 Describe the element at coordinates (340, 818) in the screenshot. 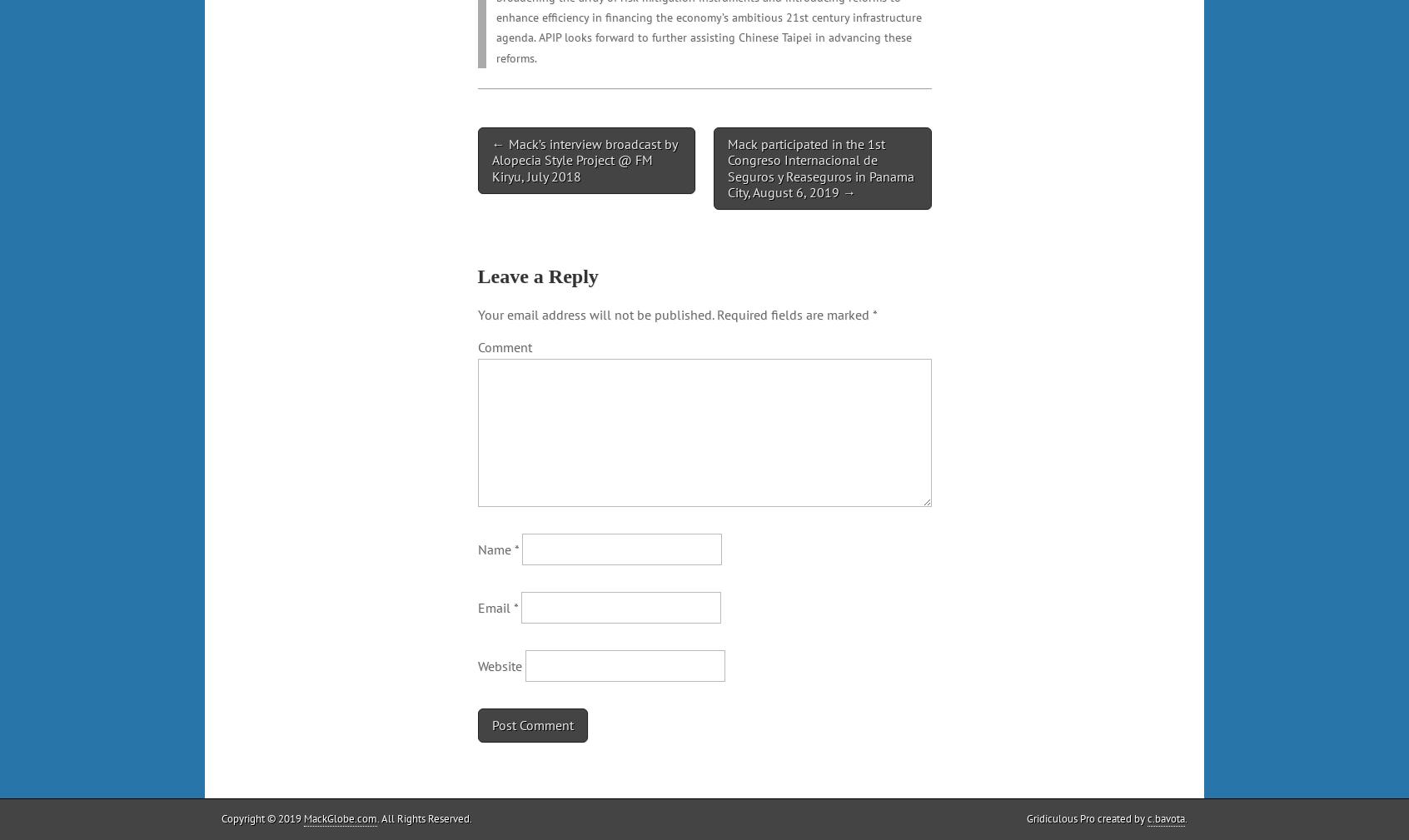

I see `'MackGlobe.com'` at that location.